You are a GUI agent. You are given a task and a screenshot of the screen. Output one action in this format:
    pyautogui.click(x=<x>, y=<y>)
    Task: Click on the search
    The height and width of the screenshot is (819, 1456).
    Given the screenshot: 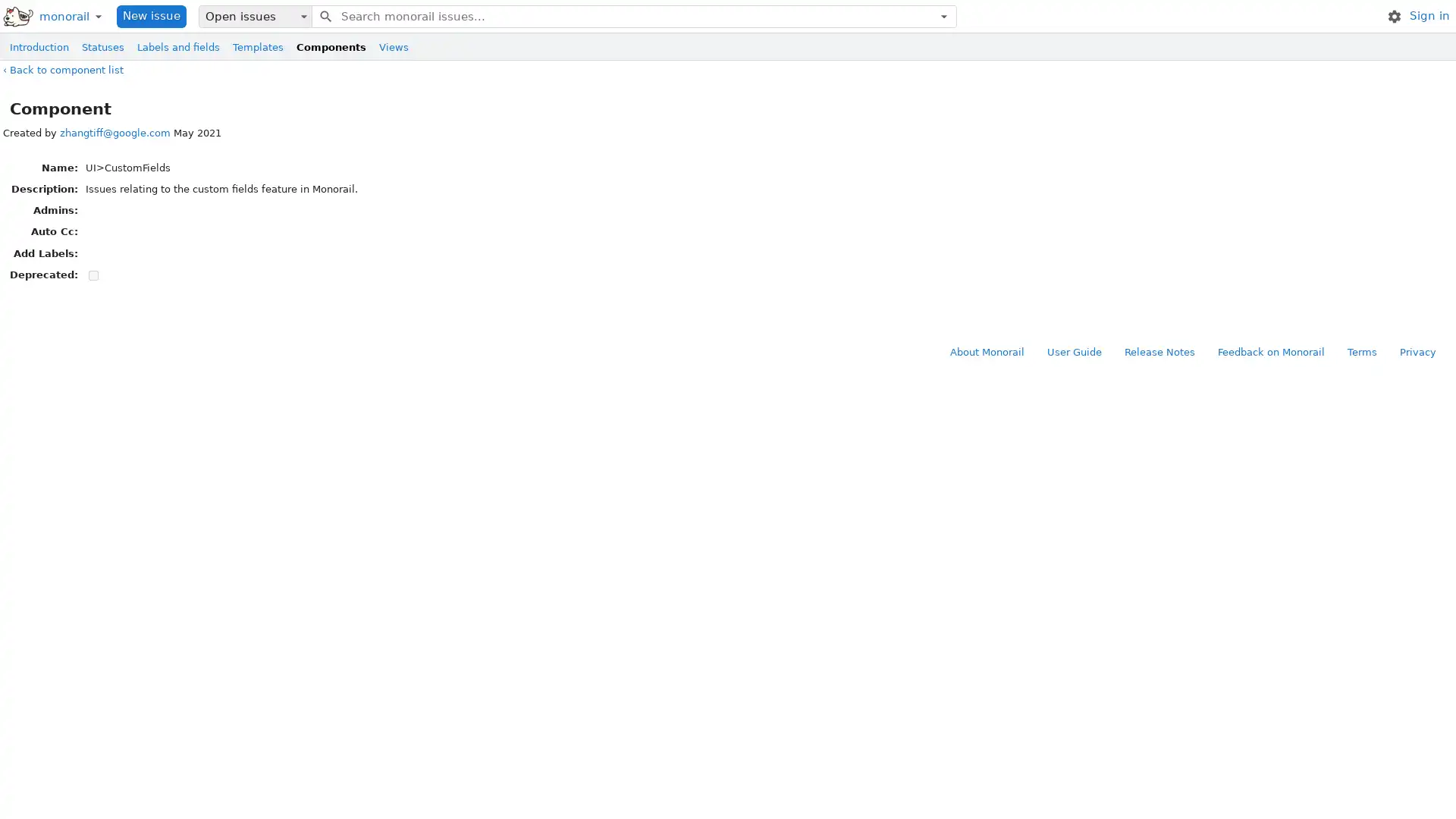 What is the action you would take?
    pyautogui.click(x=324, y=15)
    